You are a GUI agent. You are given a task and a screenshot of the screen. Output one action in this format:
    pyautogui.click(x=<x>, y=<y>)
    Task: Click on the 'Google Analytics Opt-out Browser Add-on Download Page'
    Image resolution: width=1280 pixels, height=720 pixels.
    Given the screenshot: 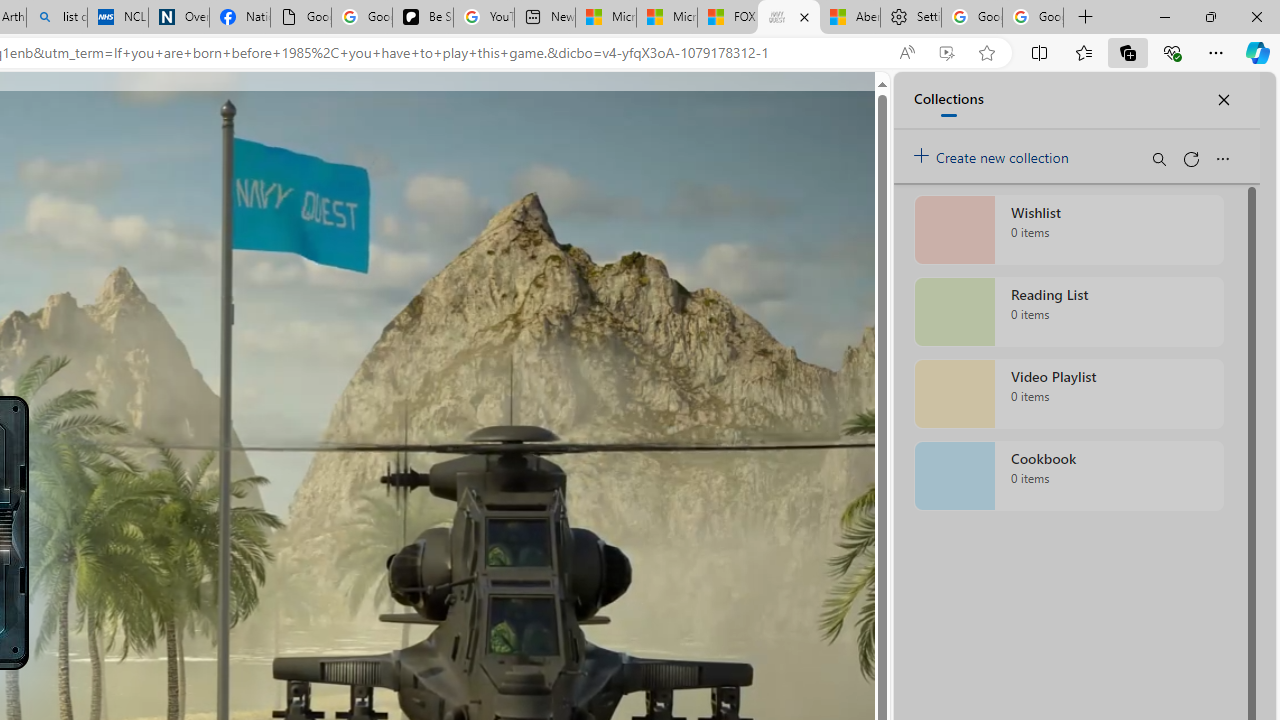 What is the action you would take?
    pyautogui.click(x=300, y=17)
    